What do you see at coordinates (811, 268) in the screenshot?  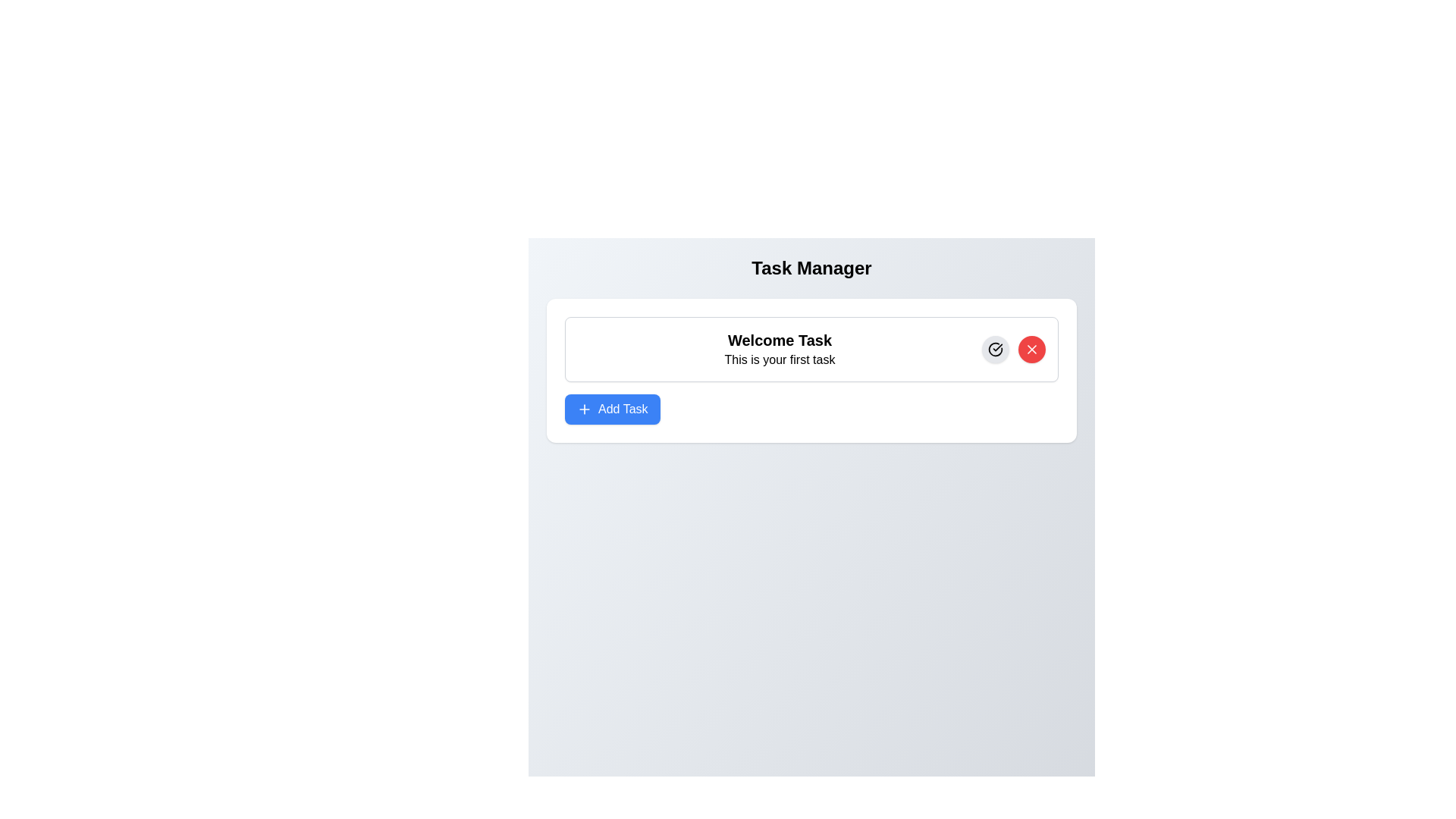 I see `the title text of the Task Manager application, which is centrally positioned at the top of the interface and serves as the primary header` at bounding box center [811, 268].